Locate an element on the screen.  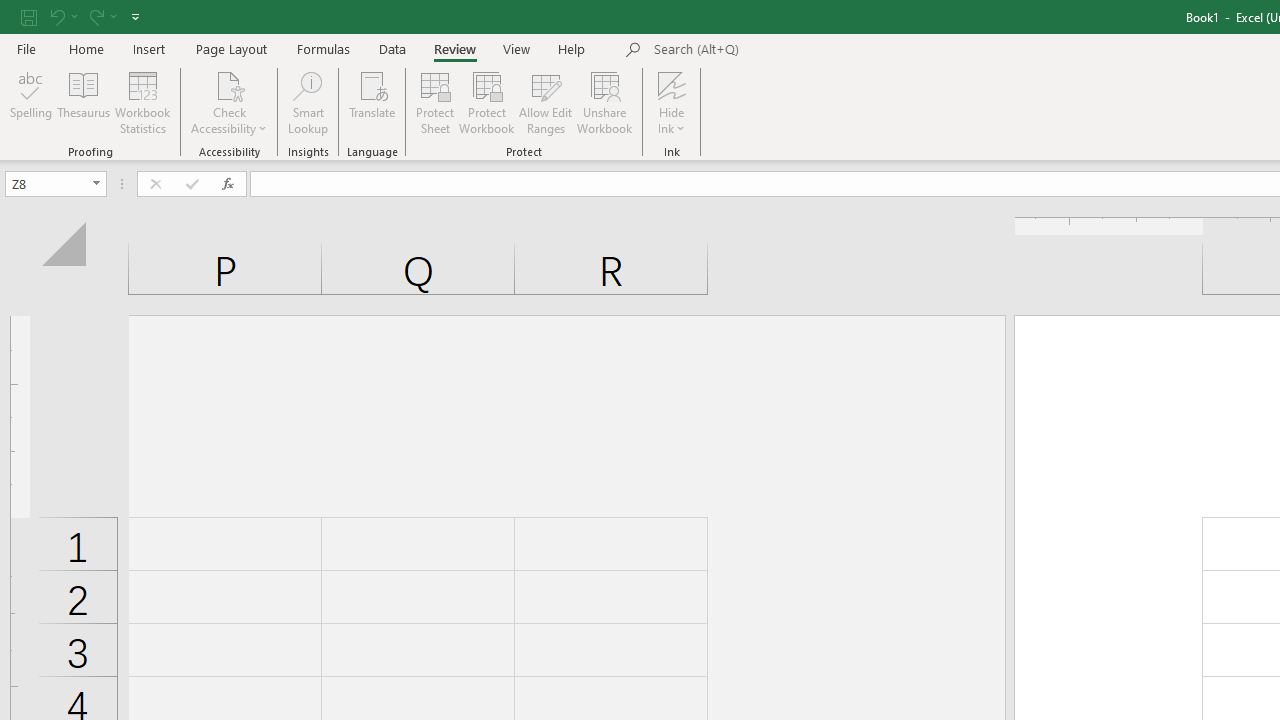
'Home' is located at coordinates (85, 48).